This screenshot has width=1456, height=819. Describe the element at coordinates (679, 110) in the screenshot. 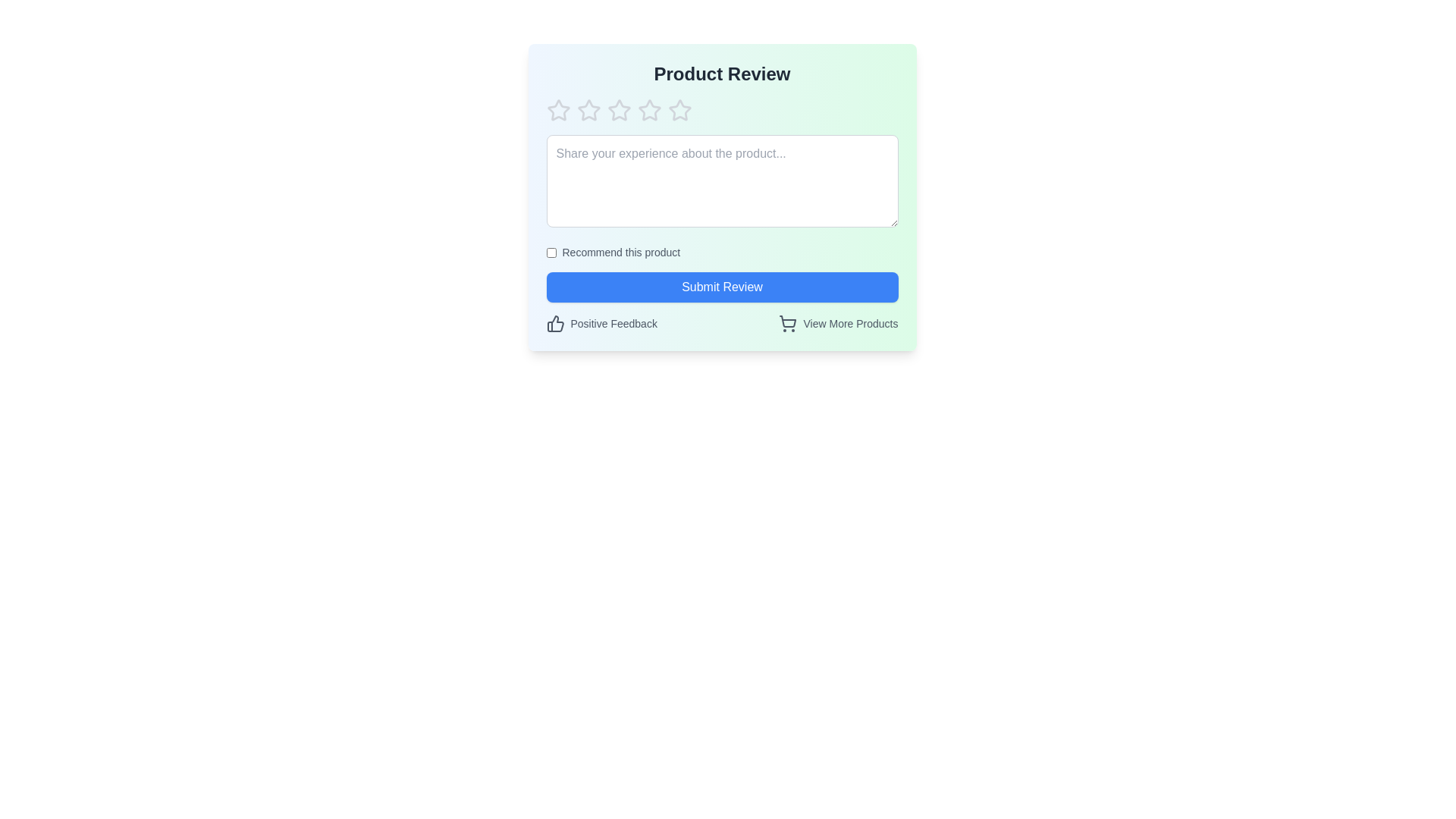

I see `the star representing 5 stars to preview the rating` at that location.